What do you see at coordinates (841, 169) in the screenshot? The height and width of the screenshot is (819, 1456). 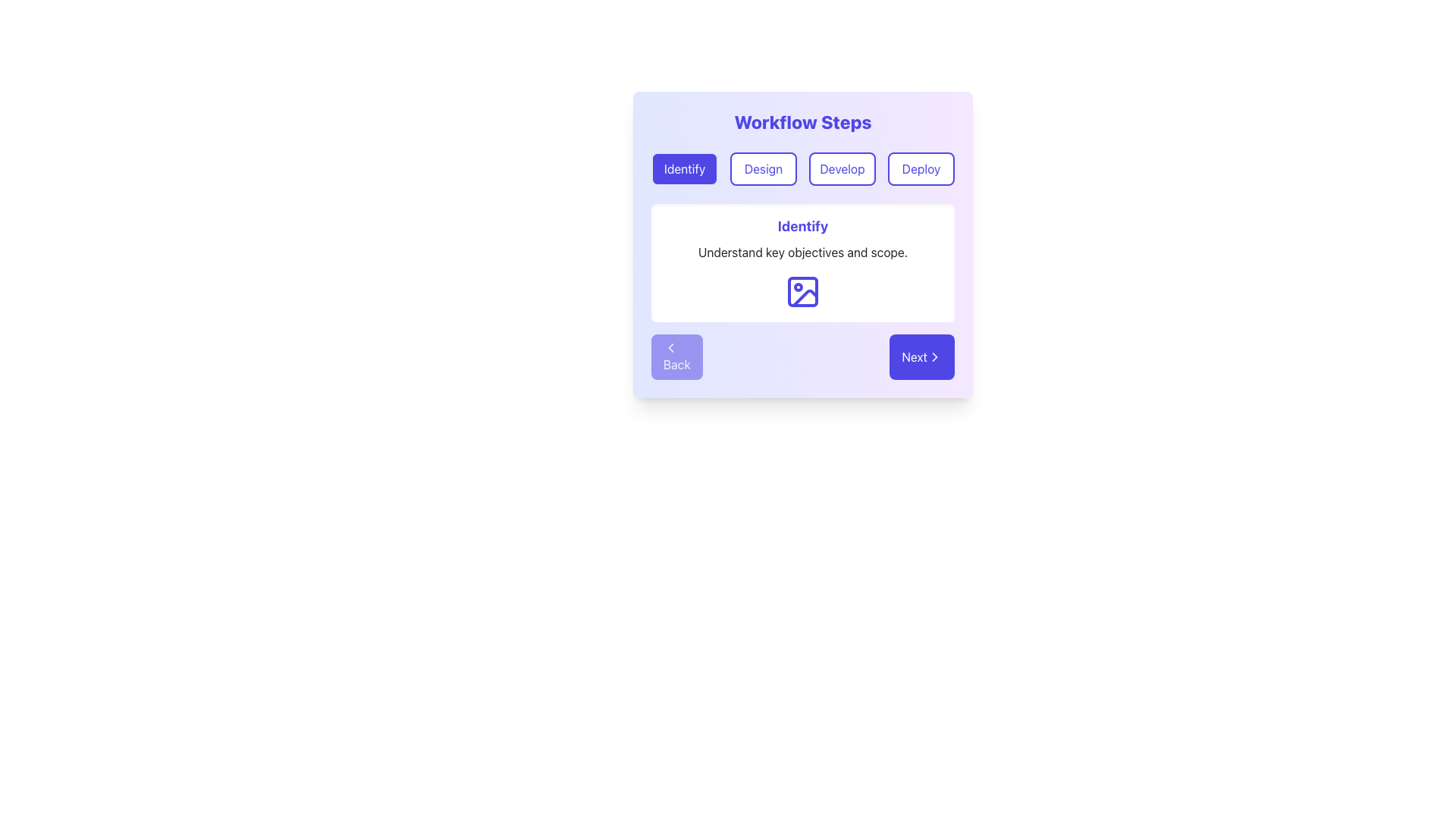 I see `the 'Develop' button in the Workflow Steps section` at bounding box center [841, 169].